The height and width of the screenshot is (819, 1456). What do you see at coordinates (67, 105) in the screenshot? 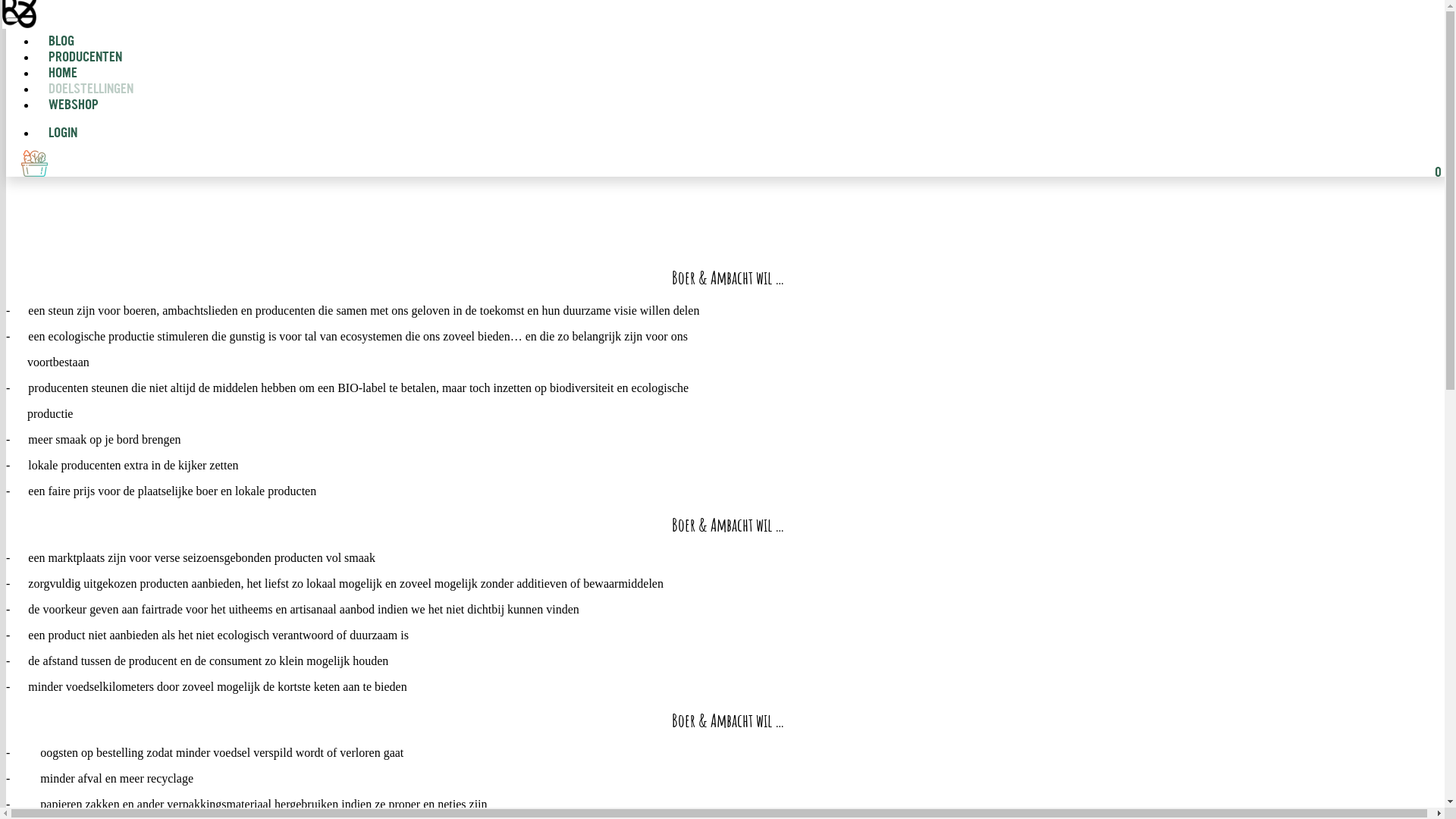
I see `'WEBSHOP'` at bounding box center [67, 105].